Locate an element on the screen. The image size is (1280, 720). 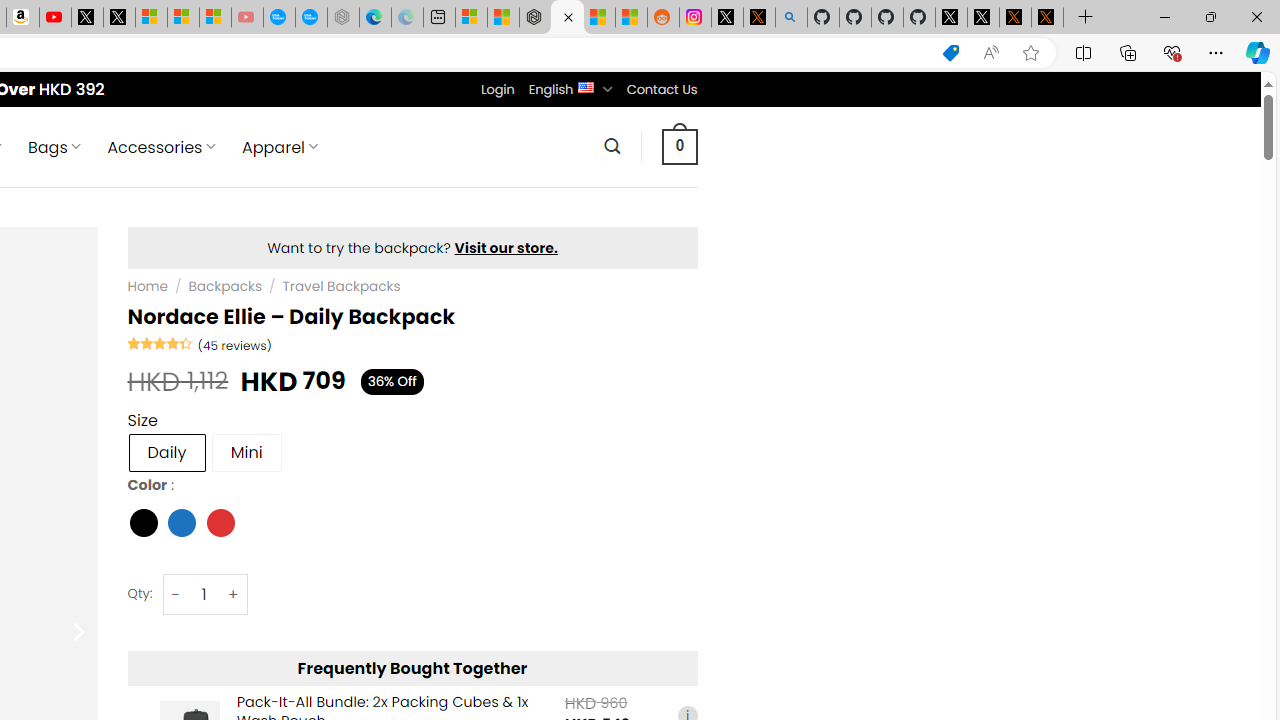
'Visit our store.' is located at coordinates (506, 247).